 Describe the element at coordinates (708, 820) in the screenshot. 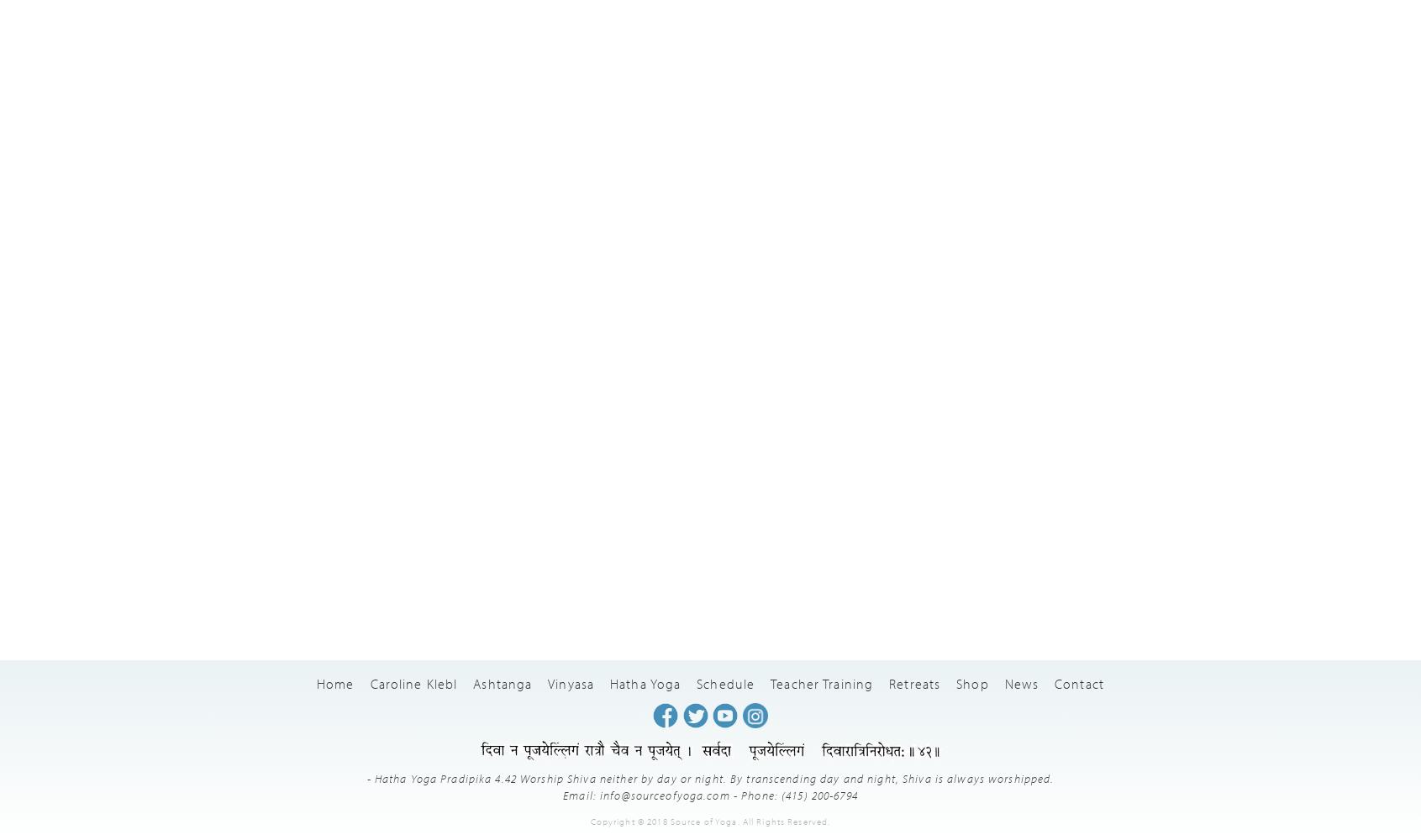

I see `'Copyright © 2018 Source of Yoga. All Rights Reserved.'` at that location.